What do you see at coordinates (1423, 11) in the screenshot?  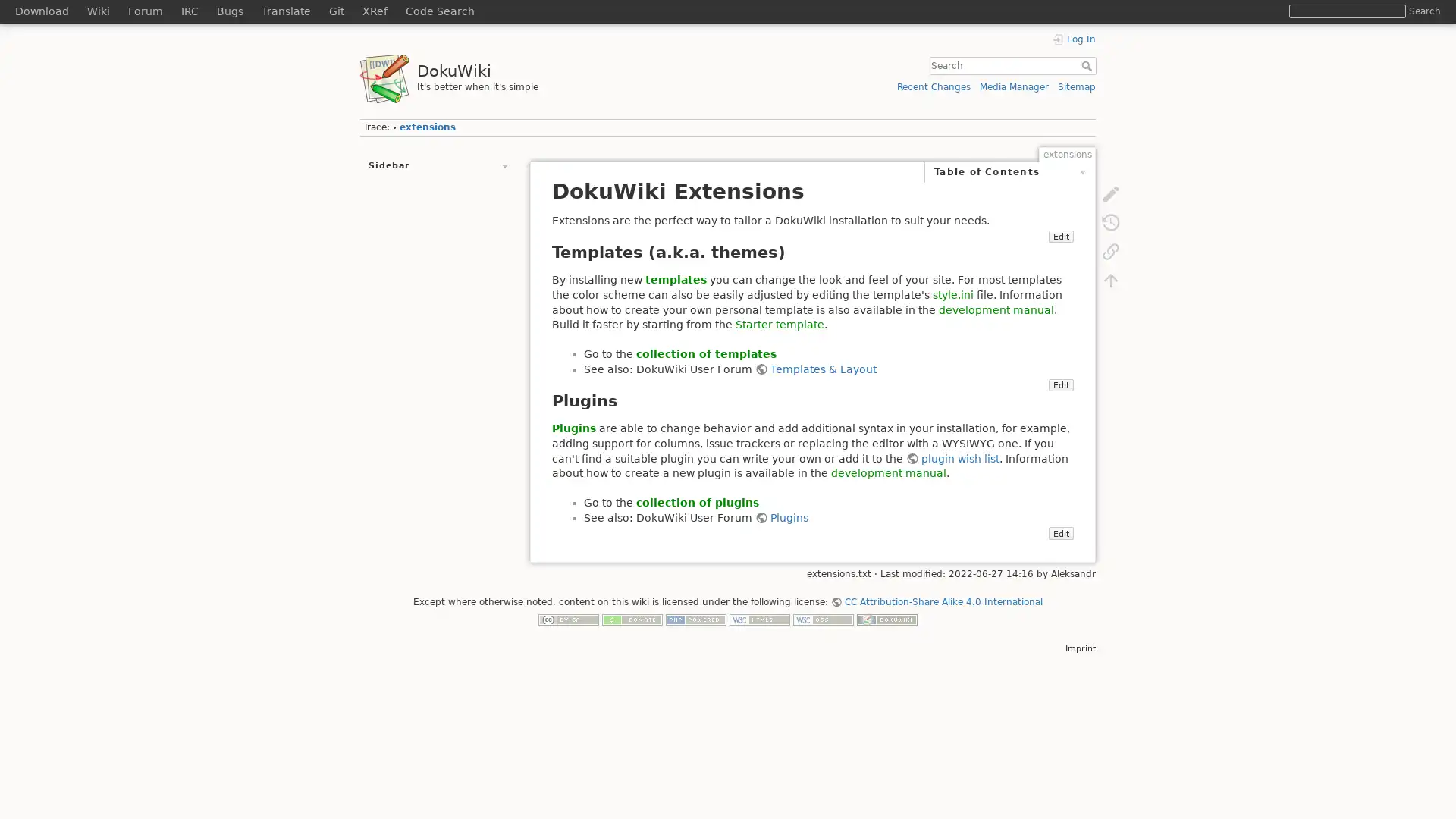 I see `Search` at bounding box center [1423, 11].